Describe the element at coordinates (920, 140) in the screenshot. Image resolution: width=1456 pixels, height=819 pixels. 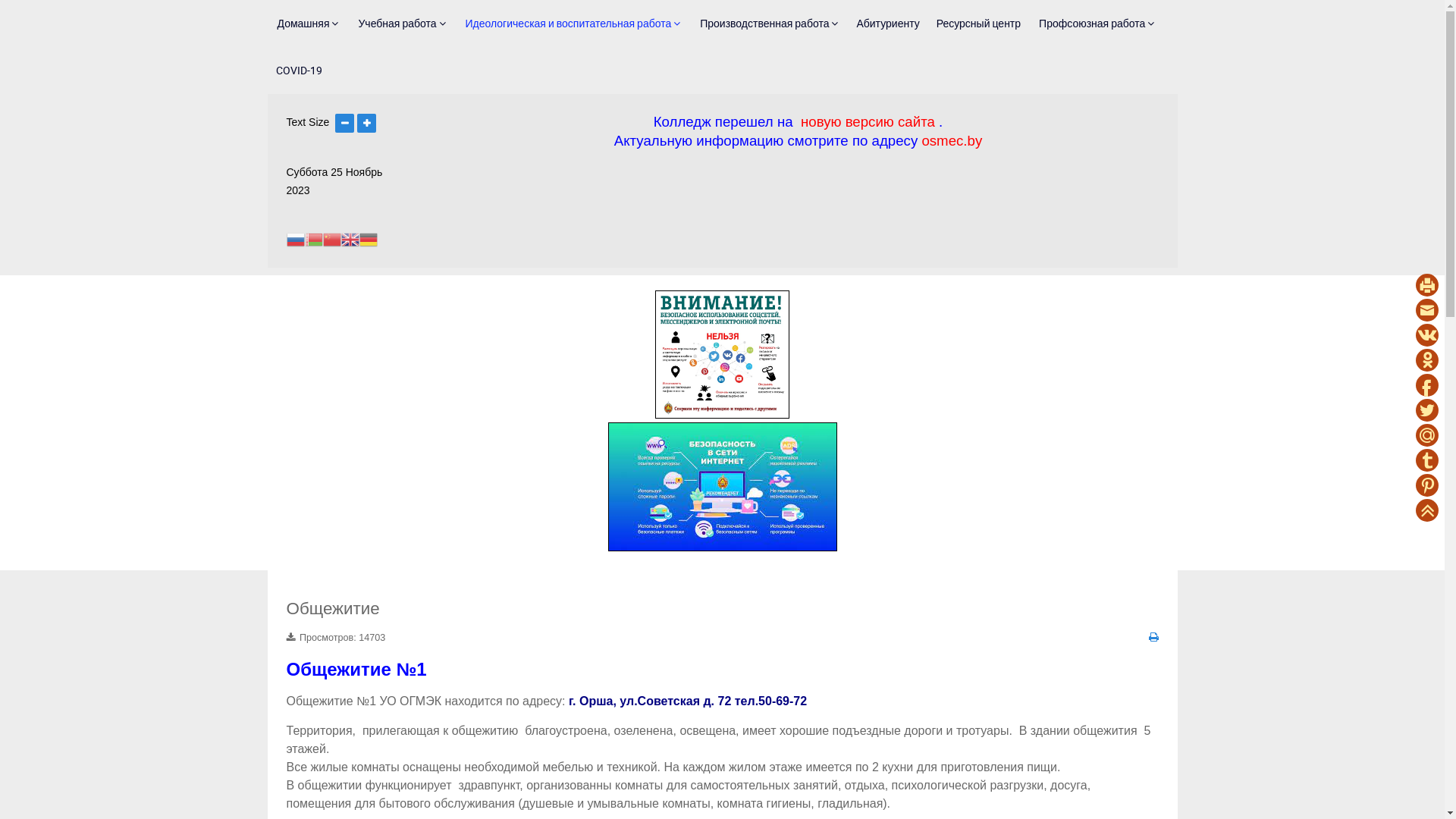
I see `'osmec.by'` at that location.